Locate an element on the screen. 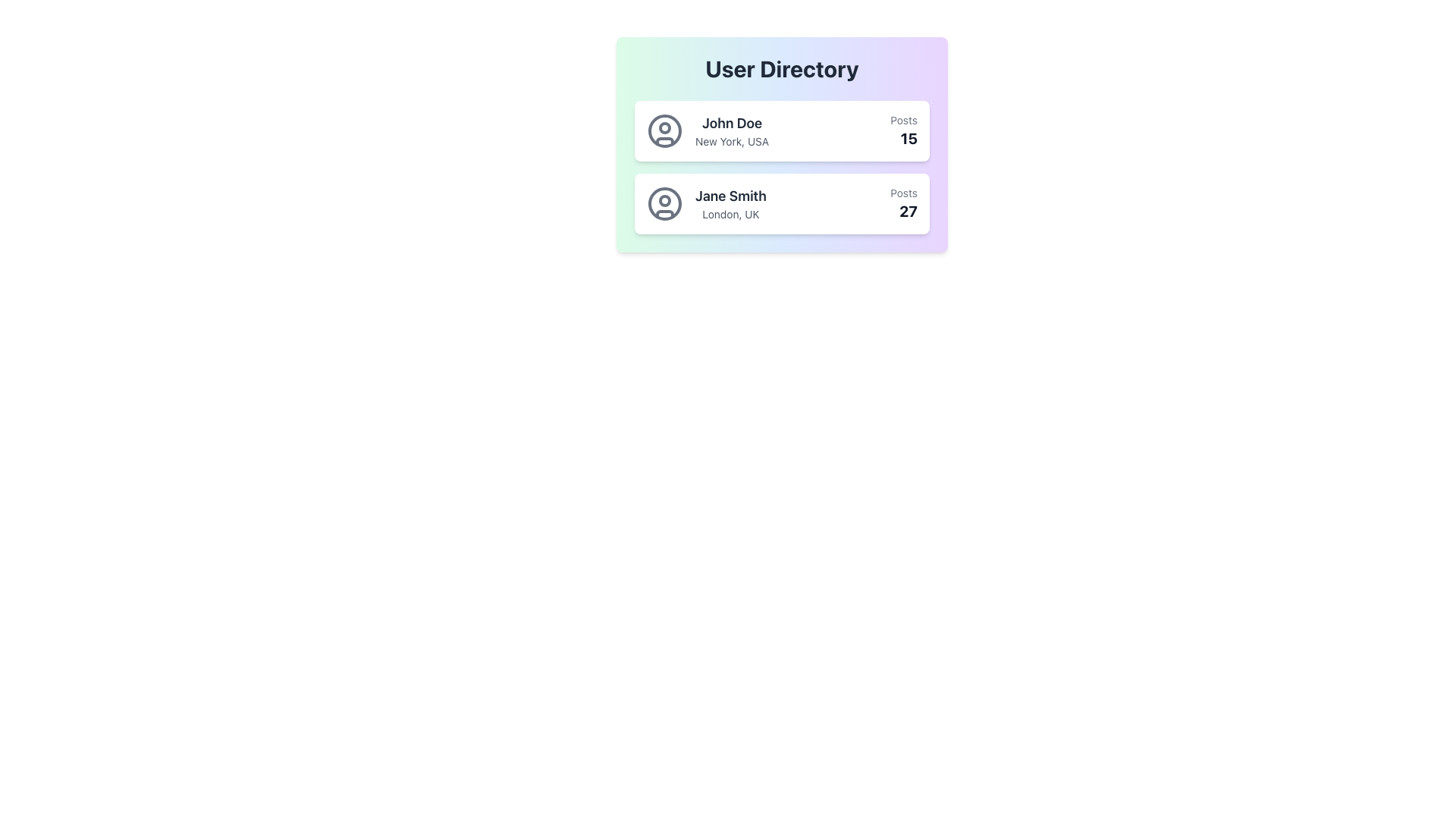 The image size is (1456, 819). the small circle representing the user icon for 'John Doe' located at the upper left of the profile card is located at coordinates (665, 127).